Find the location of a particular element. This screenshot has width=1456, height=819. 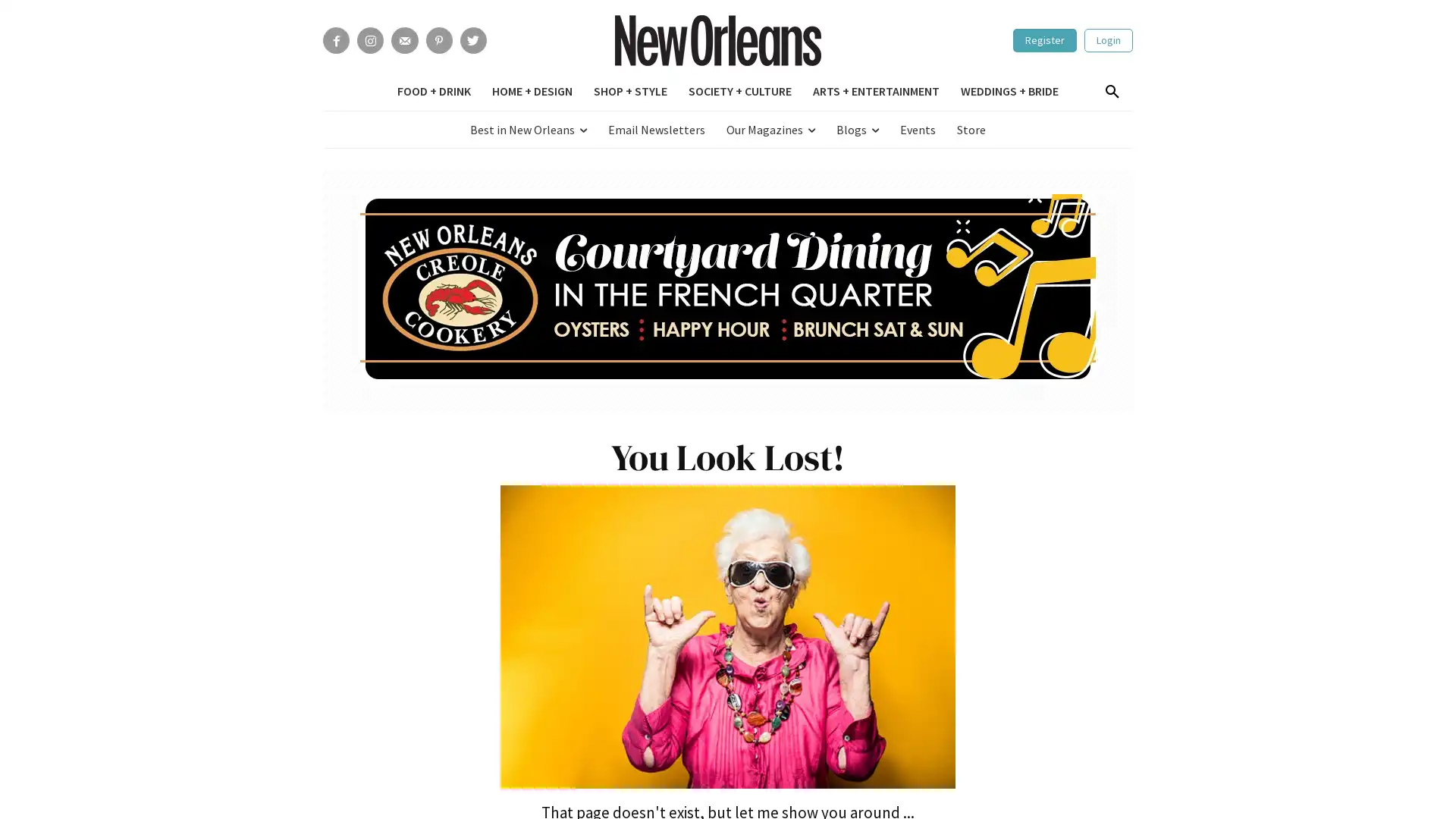

Search is located at coordinates (1111, 93).